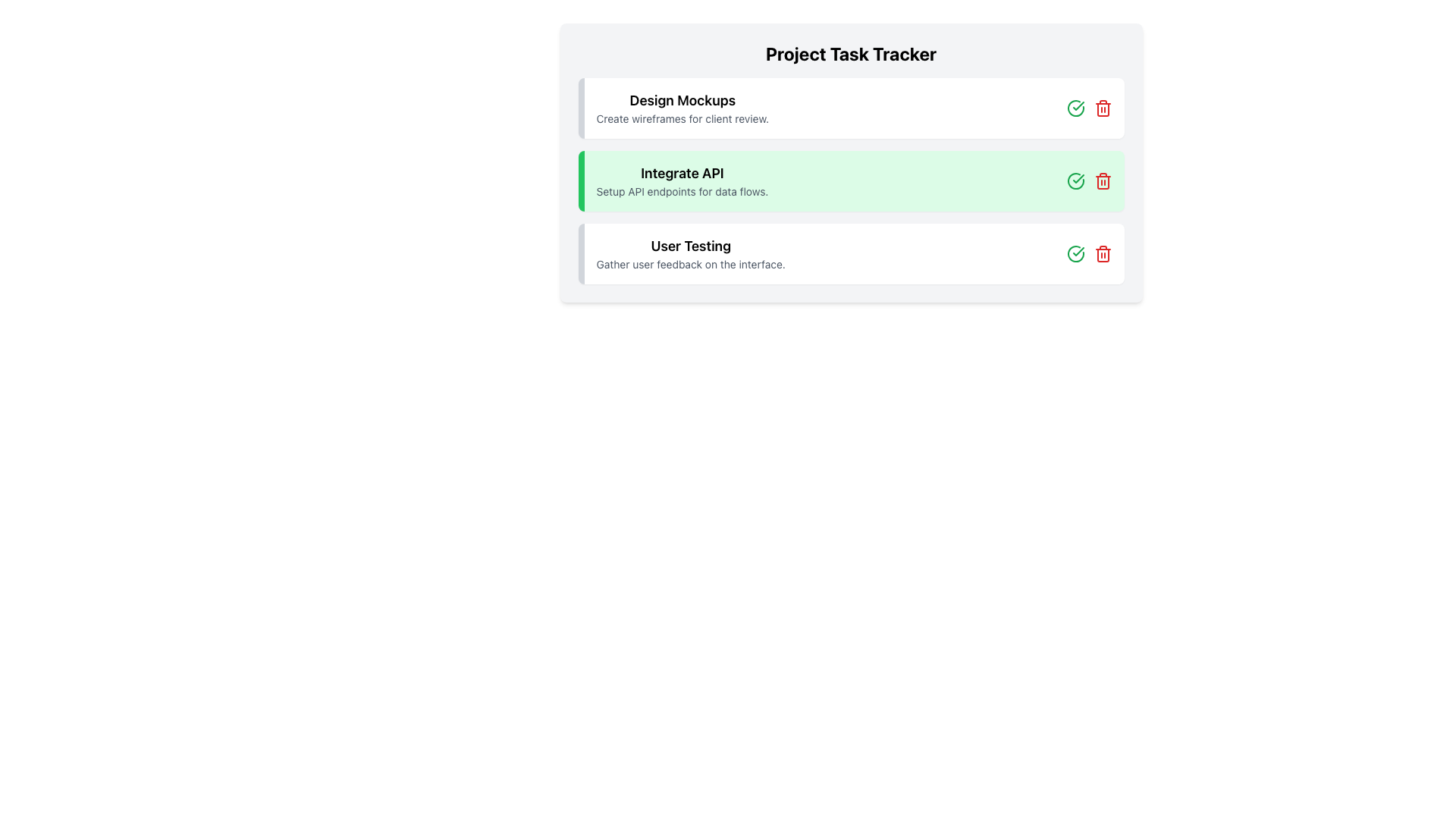 This screenshot has width=1456, height=819. Describe the element at coordinates (681, 191) in the screenshot. I see `descriptive text regarding the task 'Integrate API' that is located beneath the heading 'Integrate API' within a green card segment` at that location.